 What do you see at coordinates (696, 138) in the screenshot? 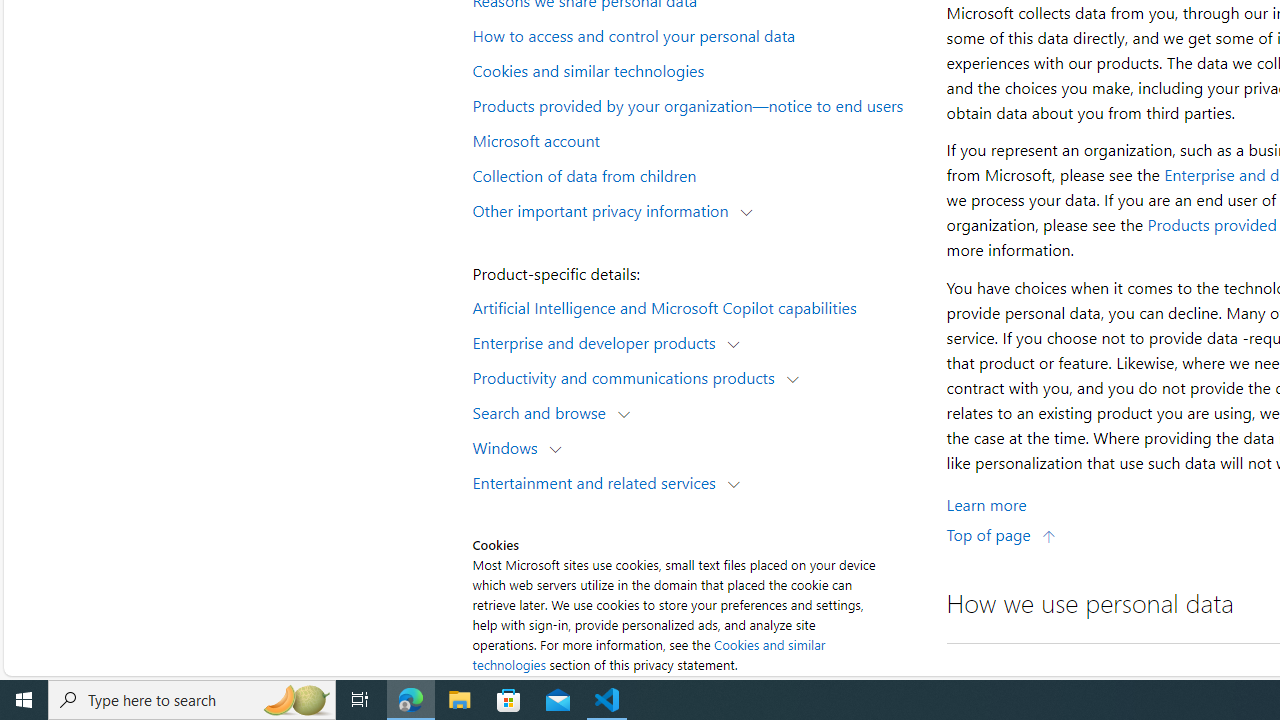
I see `'Microsoft account'` at bounding box center [696, 138].